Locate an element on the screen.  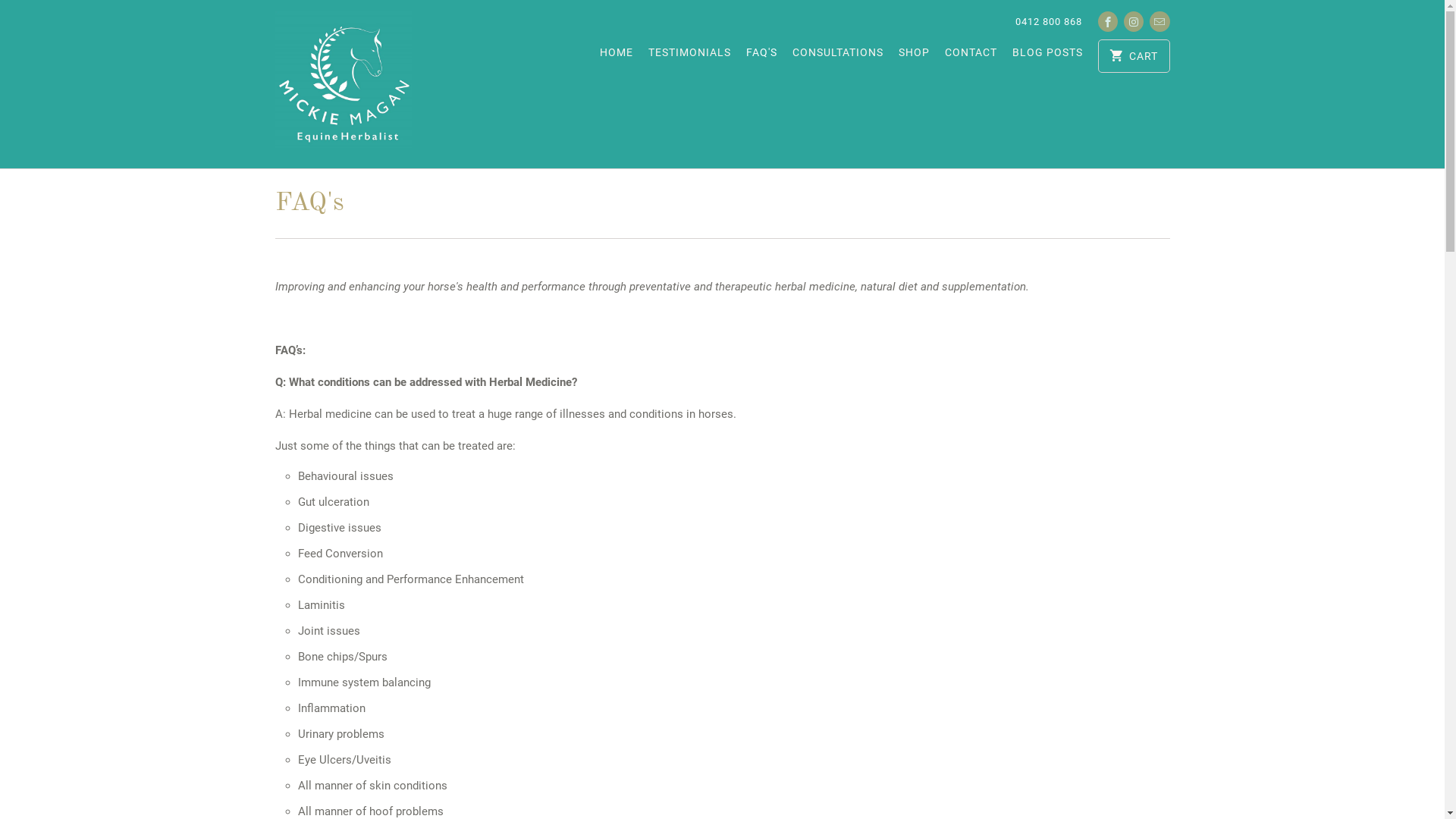
'CART' is located at coordinates (1133, 55).